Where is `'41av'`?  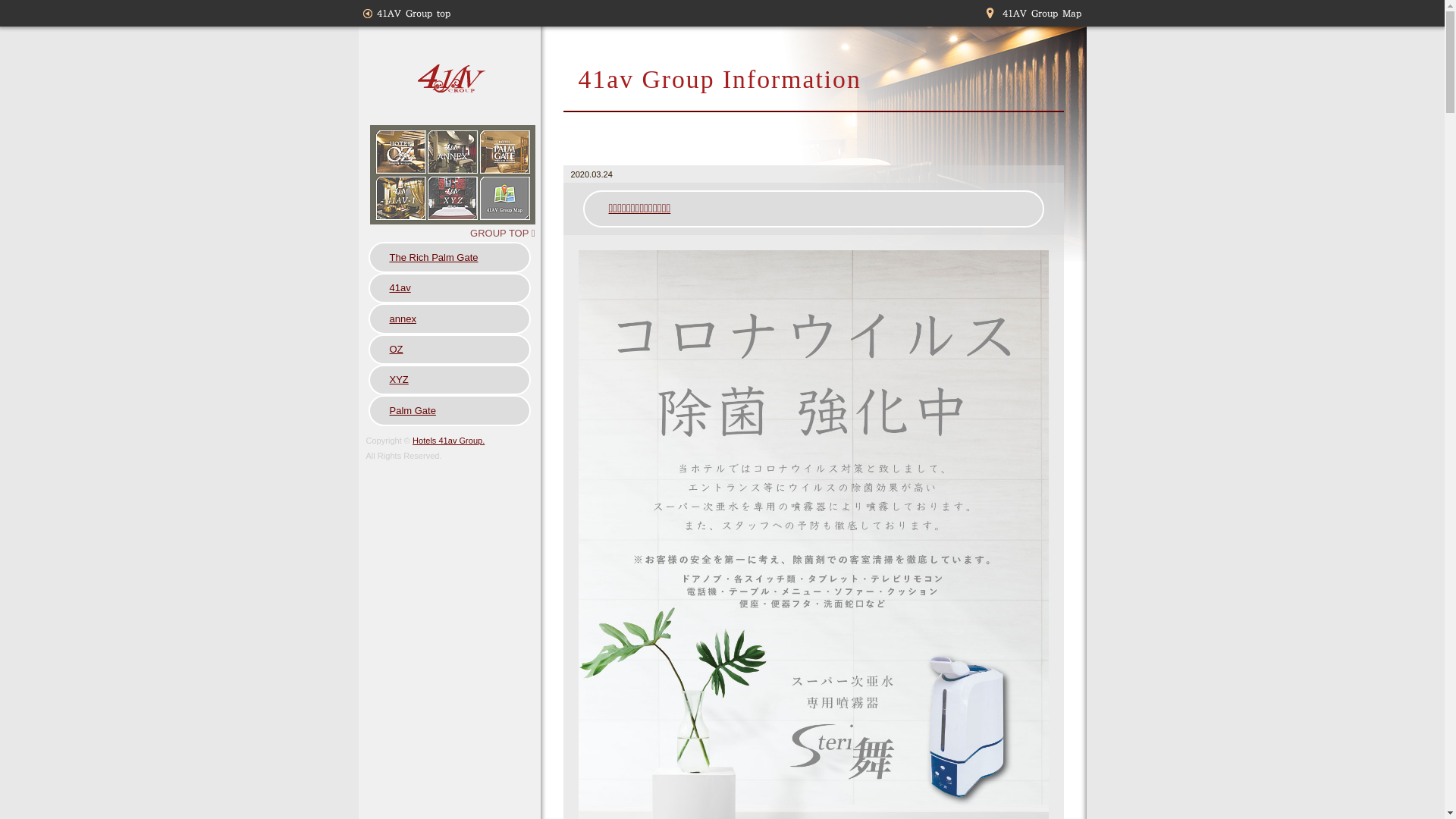
'41av' is located at coordinates (449, 288).